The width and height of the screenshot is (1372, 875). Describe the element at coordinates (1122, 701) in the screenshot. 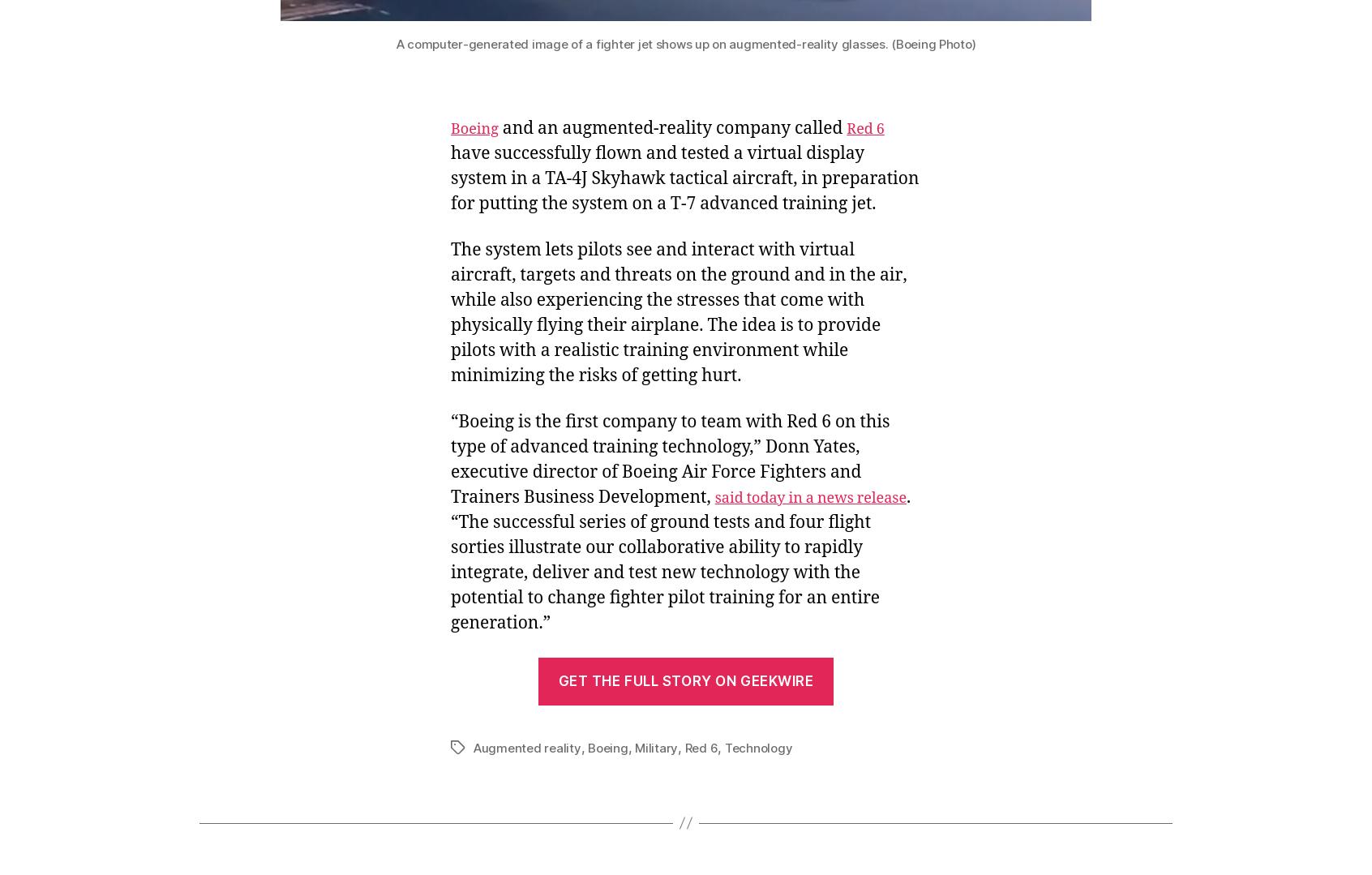

I see `'To the top'` at that location.